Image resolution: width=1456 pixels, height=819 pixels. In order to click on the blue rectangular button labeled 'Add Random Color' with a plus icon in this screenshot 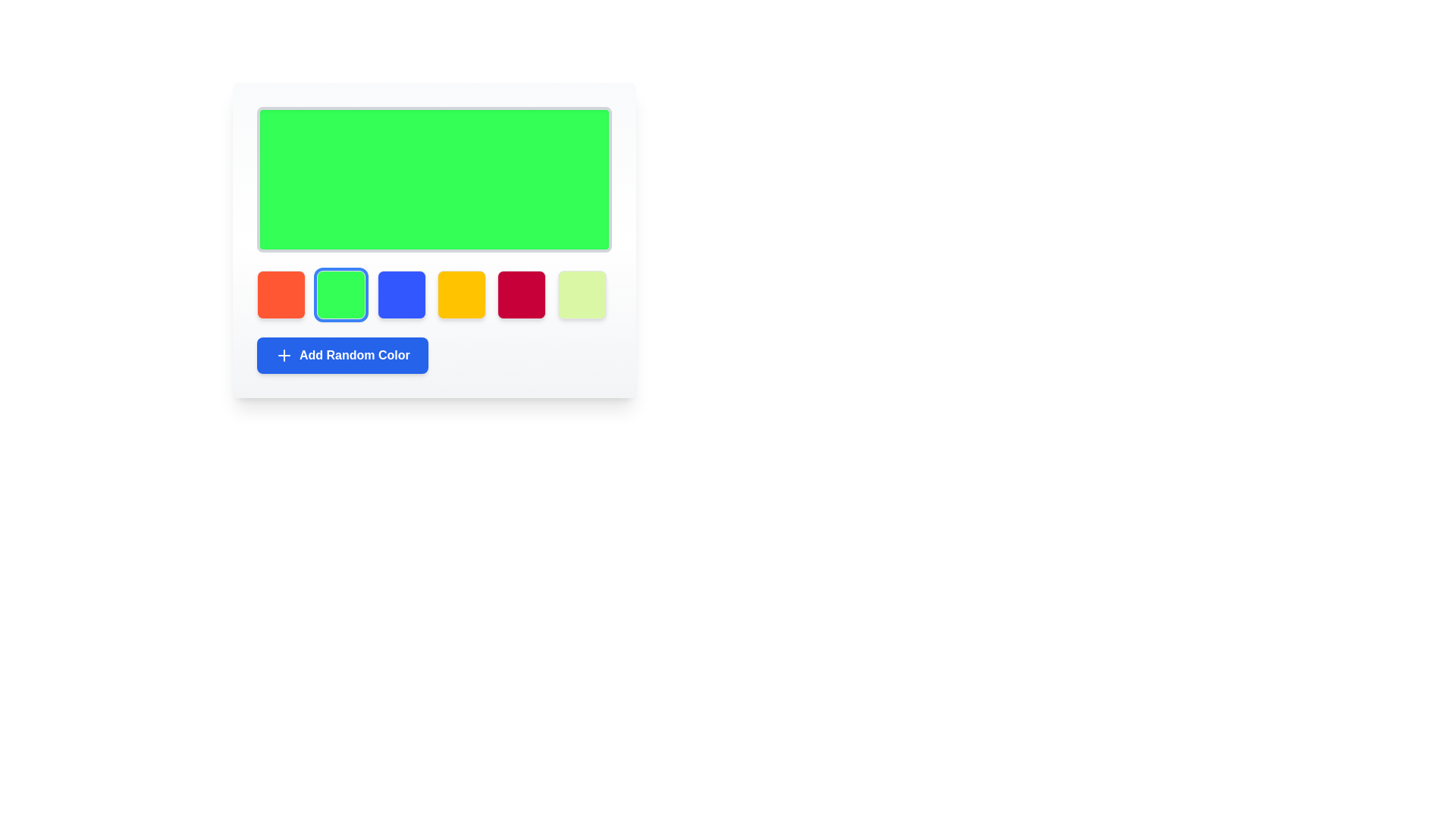, I will do `click(341, 356)`.